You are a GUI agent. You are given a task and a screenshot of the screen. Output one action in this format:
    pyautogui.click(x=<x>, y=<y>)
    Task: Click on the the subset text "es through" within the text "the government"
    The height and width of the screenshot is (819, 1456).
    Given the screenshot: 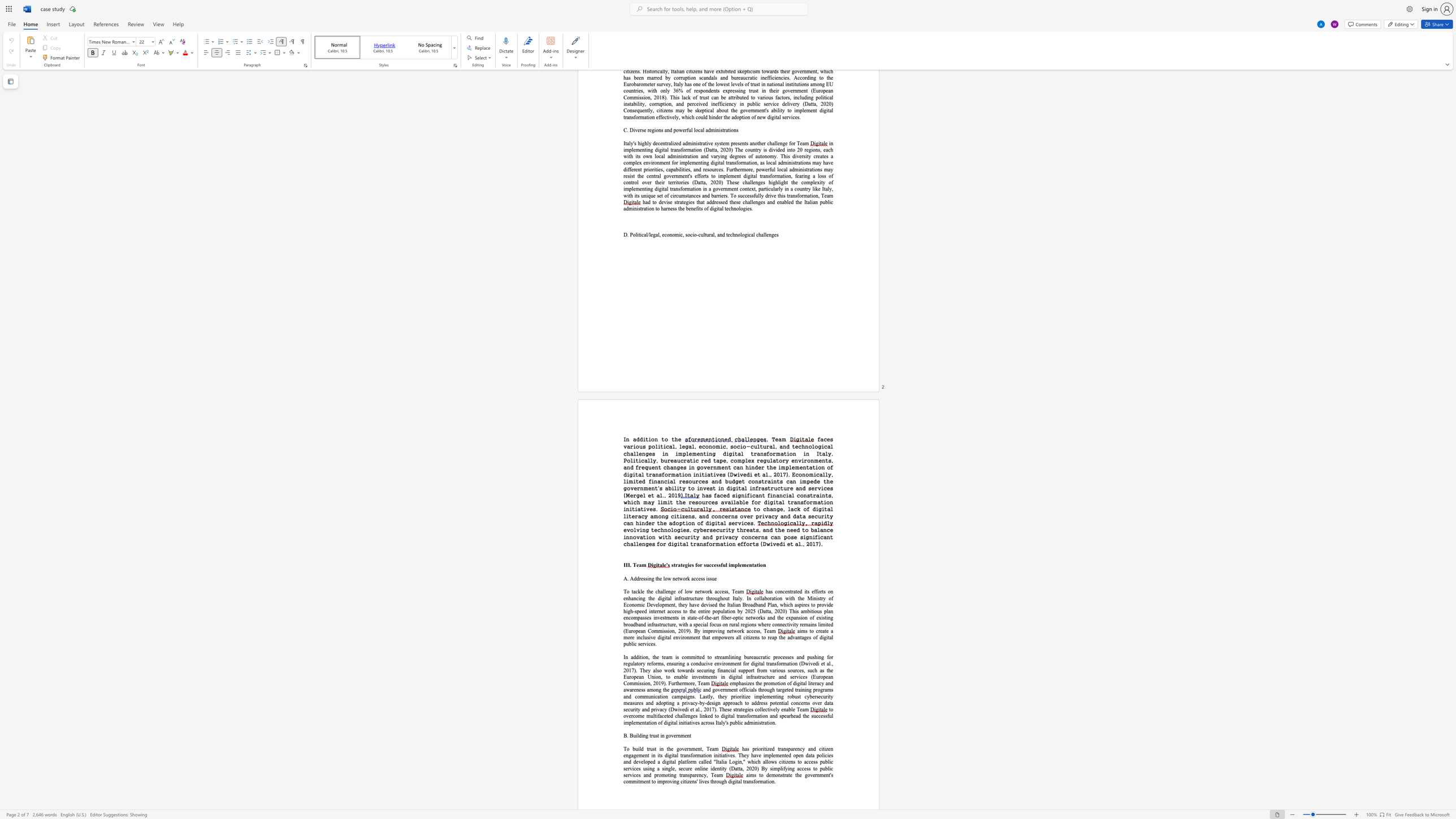 What is the action you would take?
    pyautogui.click(x=704, y=782)
    